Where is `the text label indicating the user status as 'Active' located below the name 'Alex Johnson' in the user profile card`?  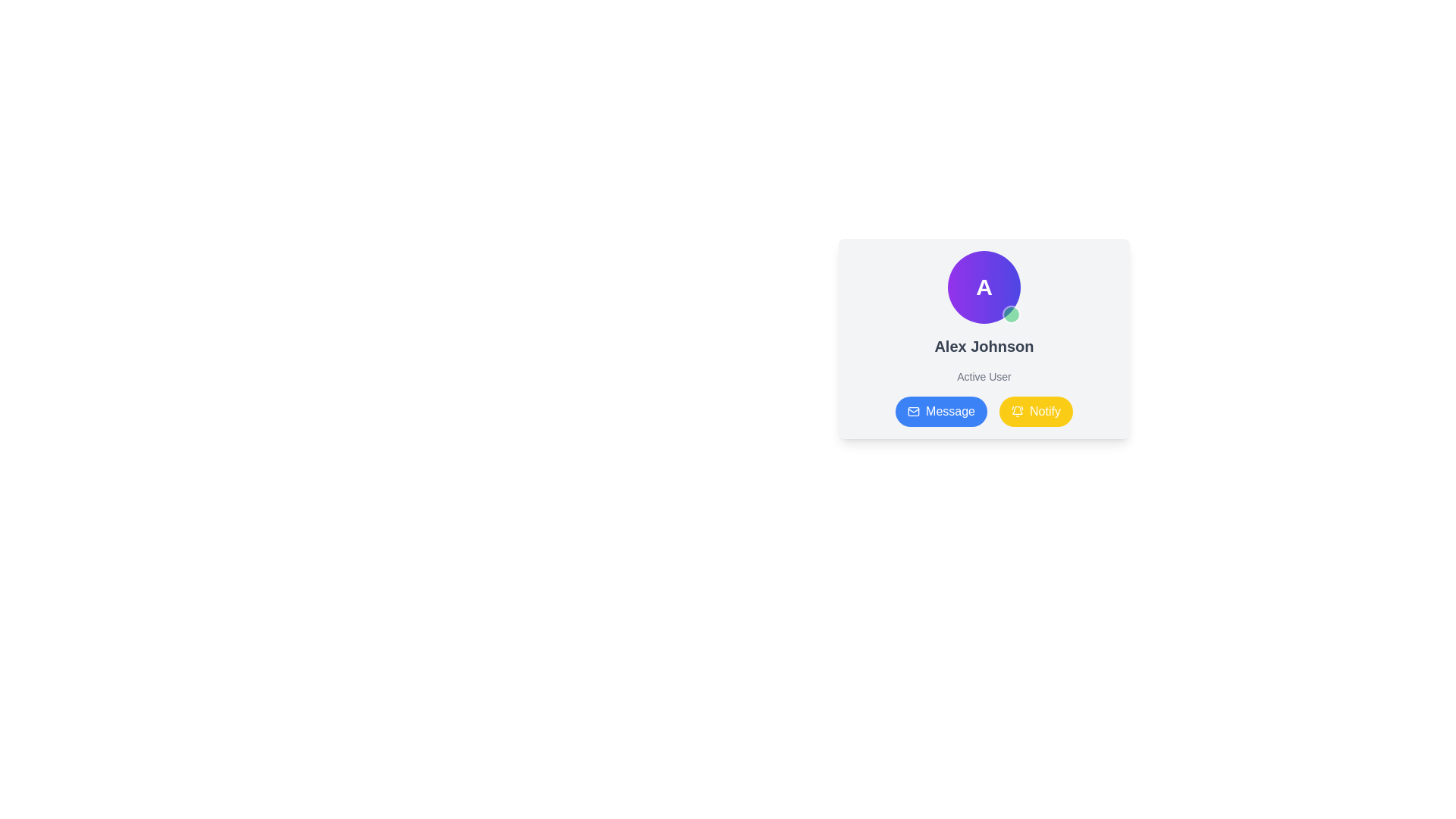 the text label indicating the user status as 'Active' located below the name 'Alex Johnson' in the user profile card is located at coordinates (984, 376).